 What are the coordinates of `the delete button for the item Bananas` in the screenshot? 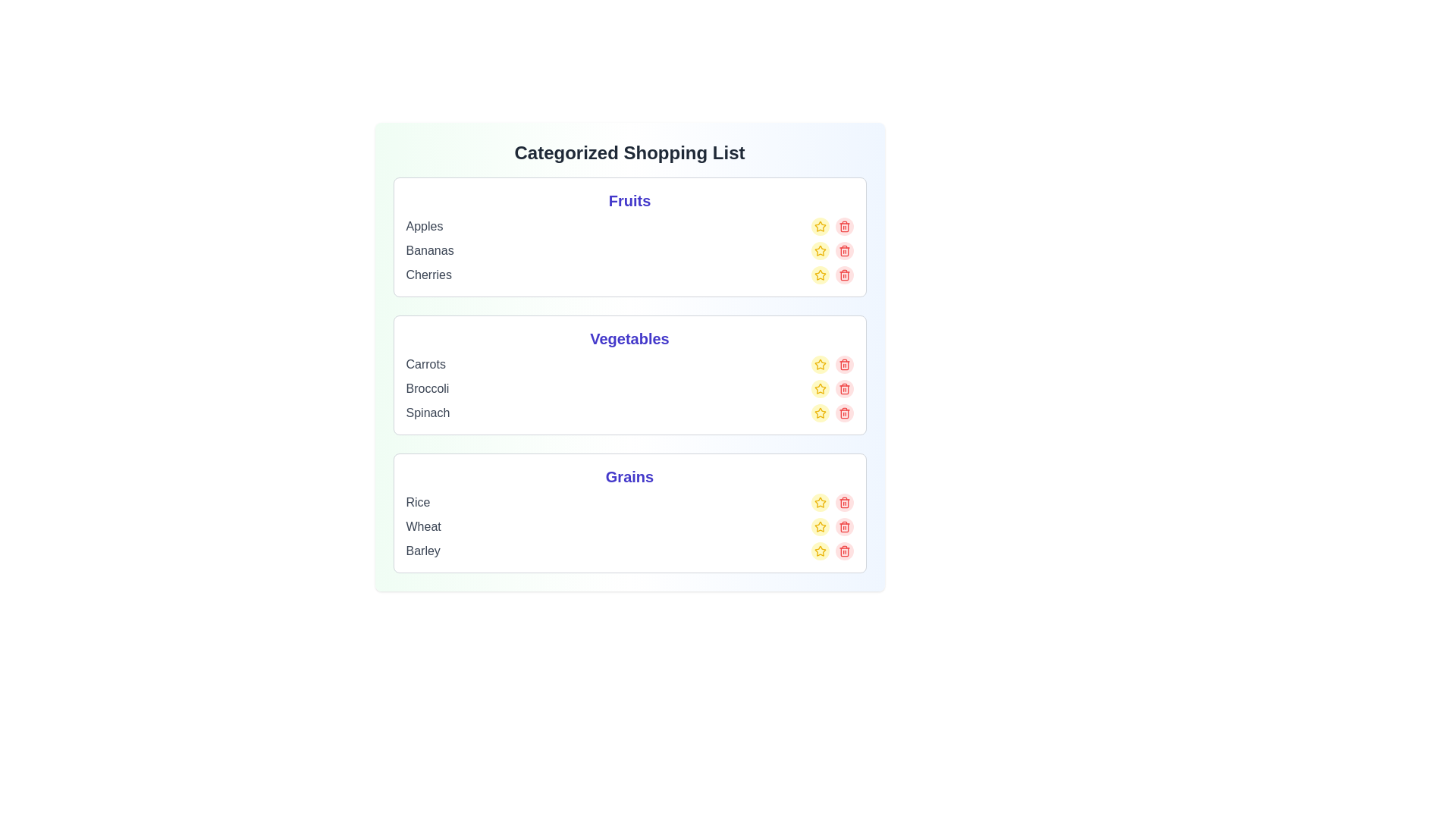 It's located at (843, 250).